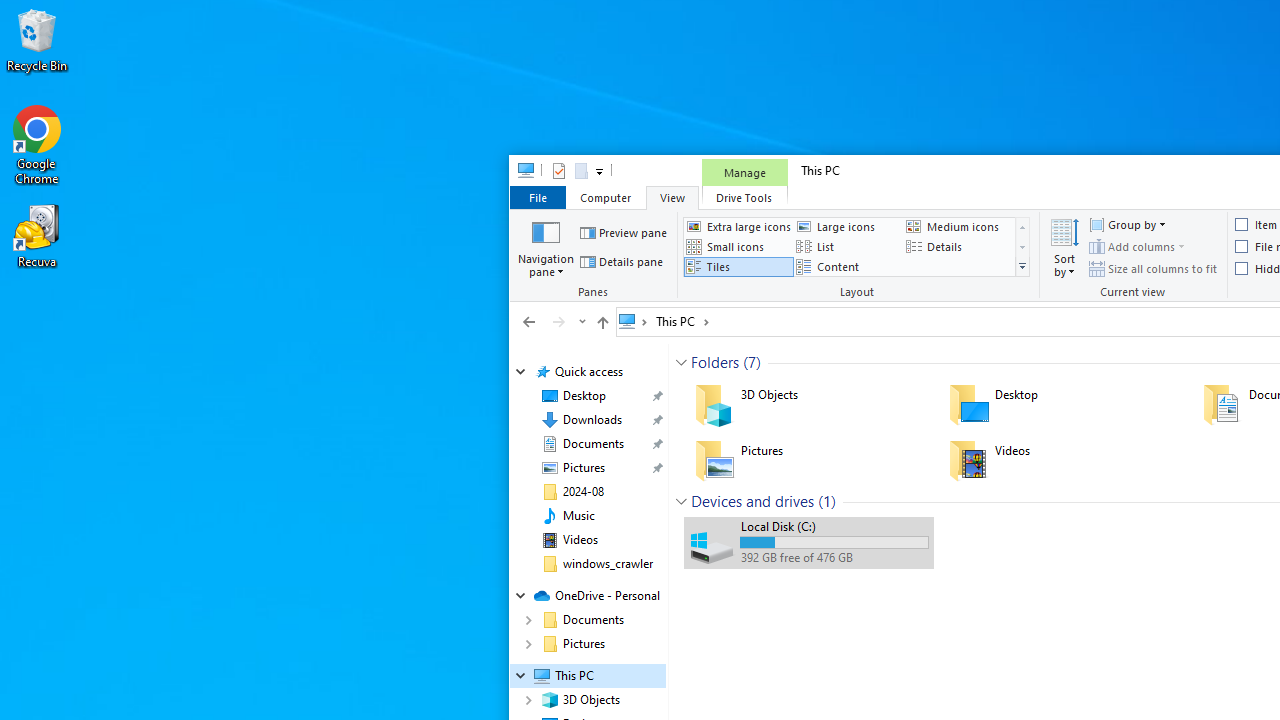  Describe the element at coordinates (848, 266) in the screenshot. I see `'Content'` at that location.